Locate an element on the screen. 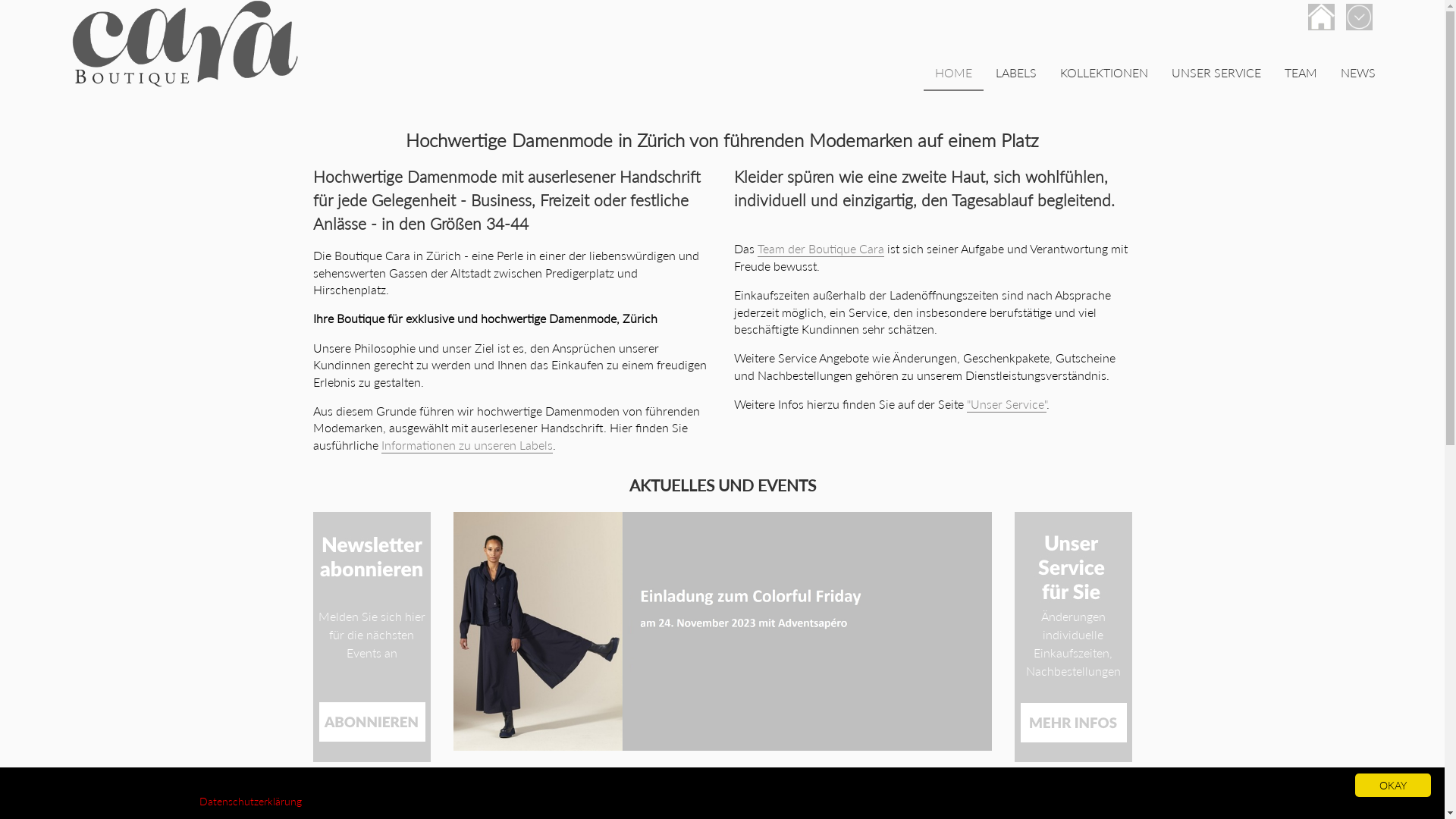  'KOLLEKTIONEN' is located at coordinates (1103, 74).